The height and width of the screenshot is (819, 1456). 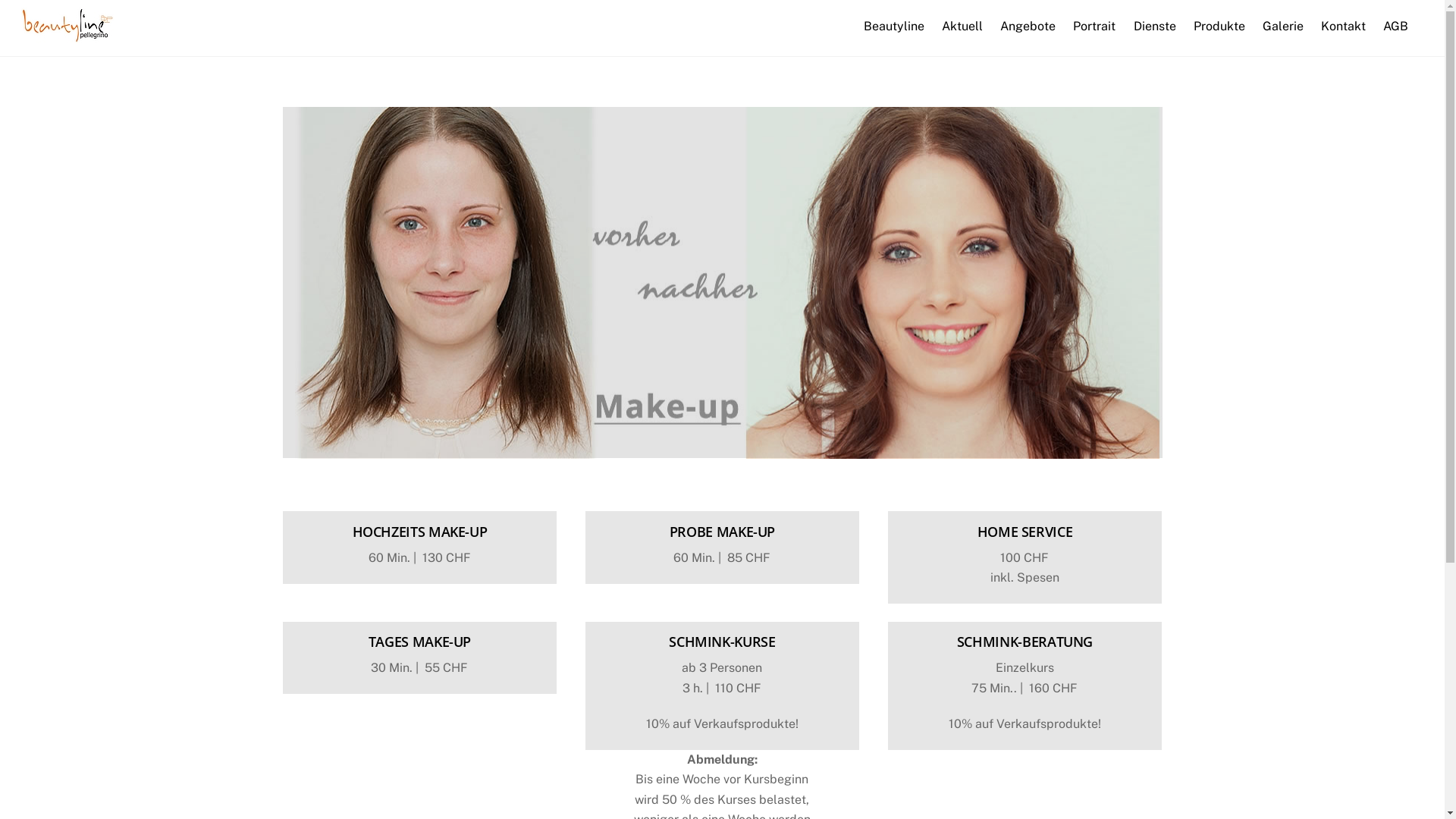 I want to click on 'Angebote', so click(x=1028, y=26).